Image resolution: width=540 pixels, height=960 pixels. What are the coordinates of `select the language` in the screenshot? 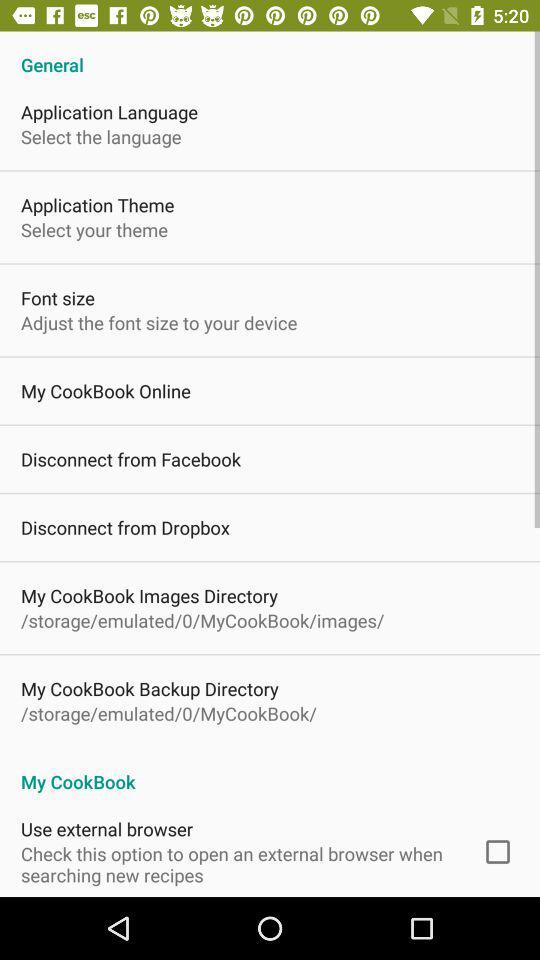 It's located at (100, 135).